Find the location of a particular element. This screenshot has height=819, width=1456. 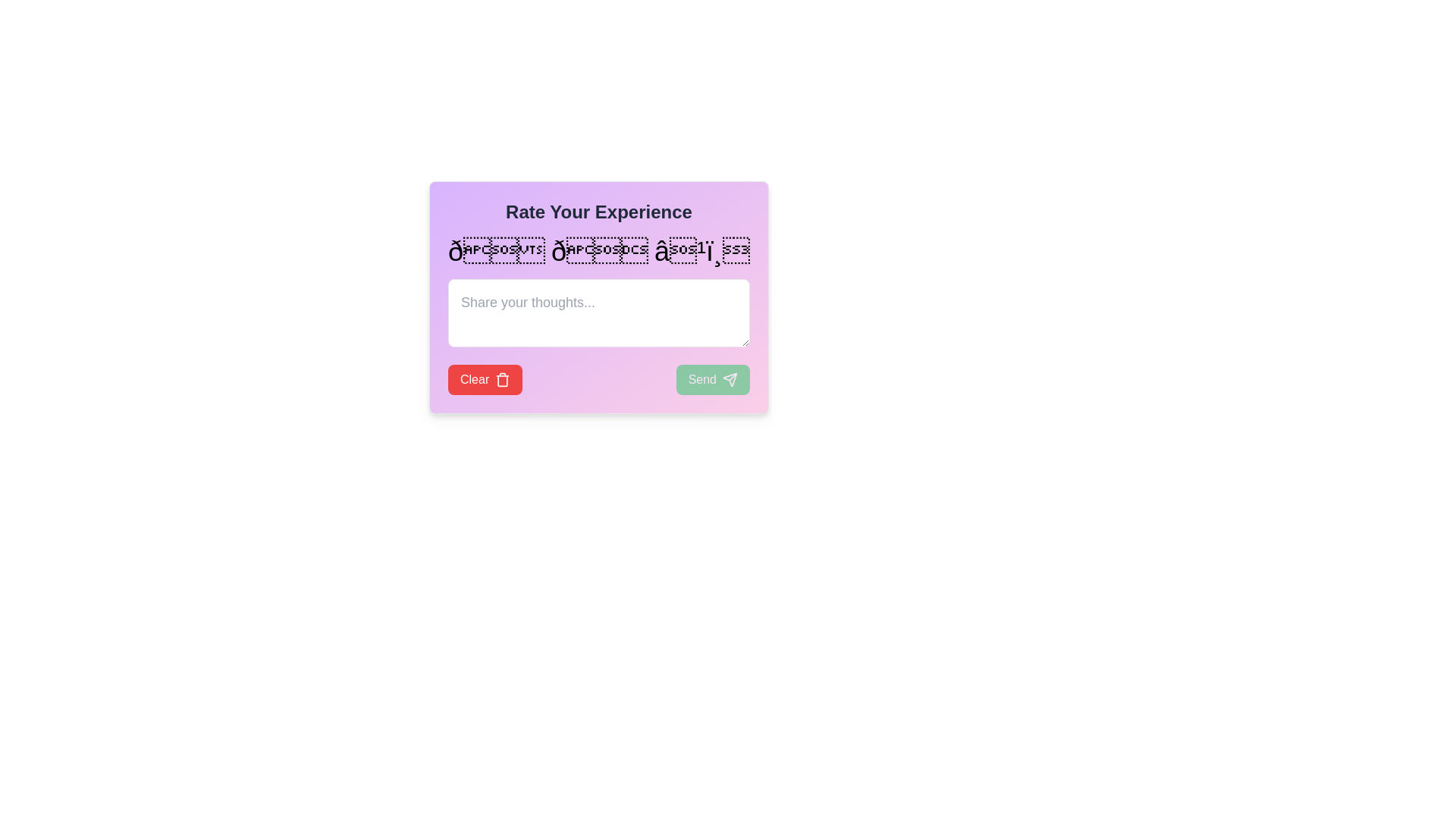

the 'Clear' button with red background and white text, which includes a trash can icon on its right side, to observe the hover effect is located at coordinates (485, 379).